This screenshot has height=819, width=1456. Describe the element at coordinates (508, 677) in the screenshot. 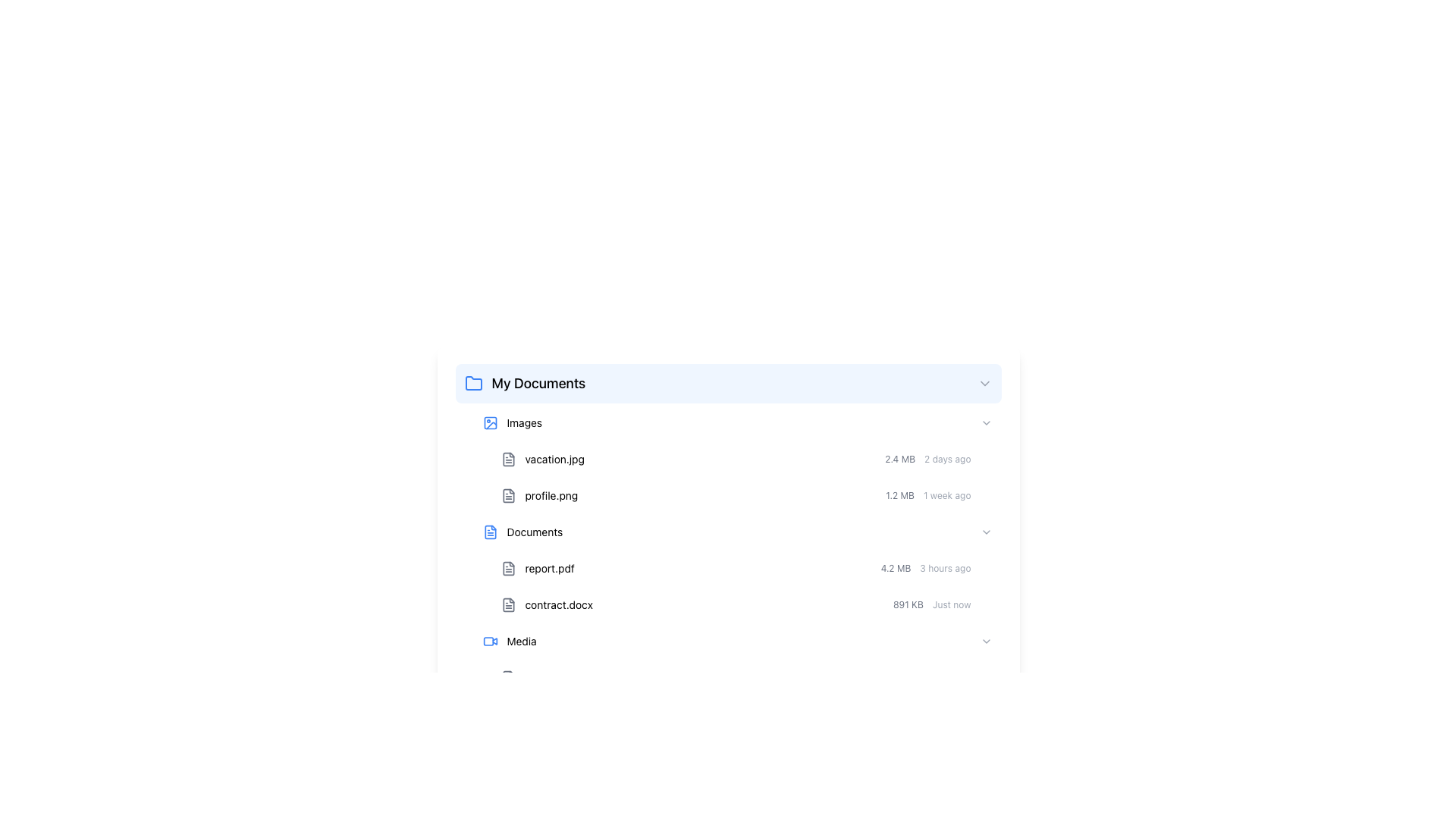

I see `the 'Media' icon located at the bottom of the list of document folder entries, which is to the left of the text 'Media'` at that location.